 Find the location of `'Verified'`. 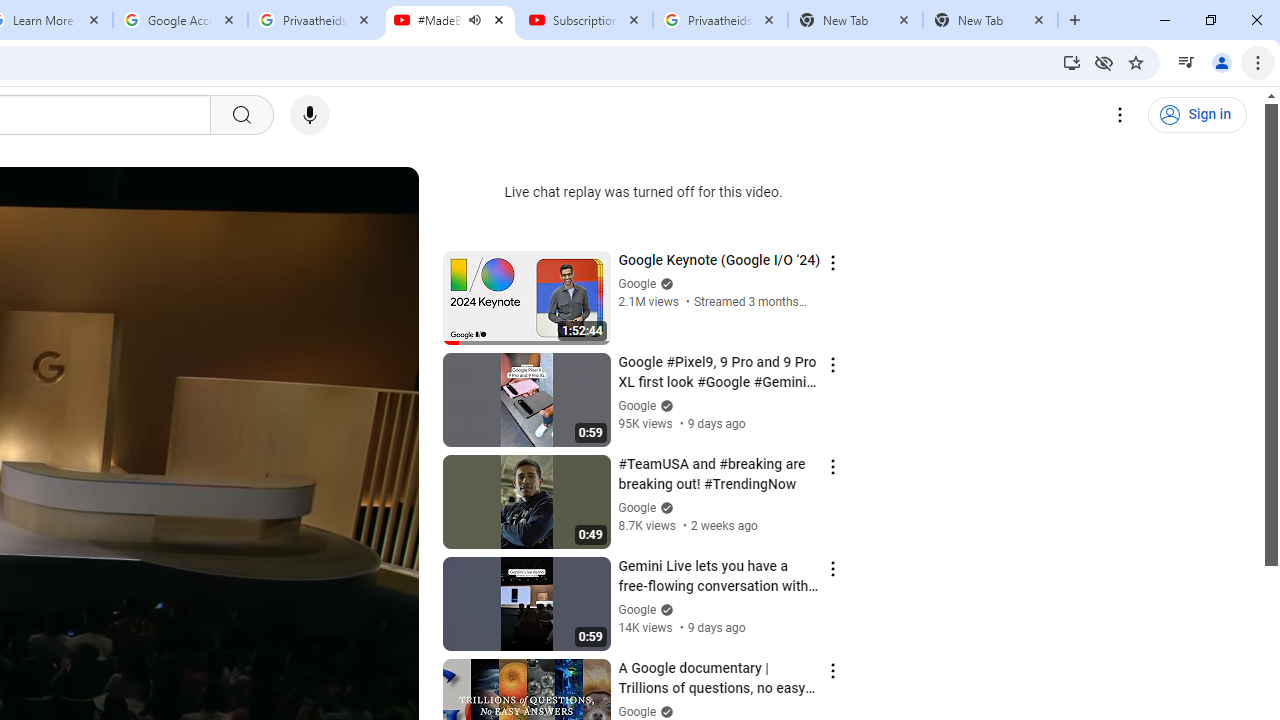

'Verified' is located at coordinates (664, 710).